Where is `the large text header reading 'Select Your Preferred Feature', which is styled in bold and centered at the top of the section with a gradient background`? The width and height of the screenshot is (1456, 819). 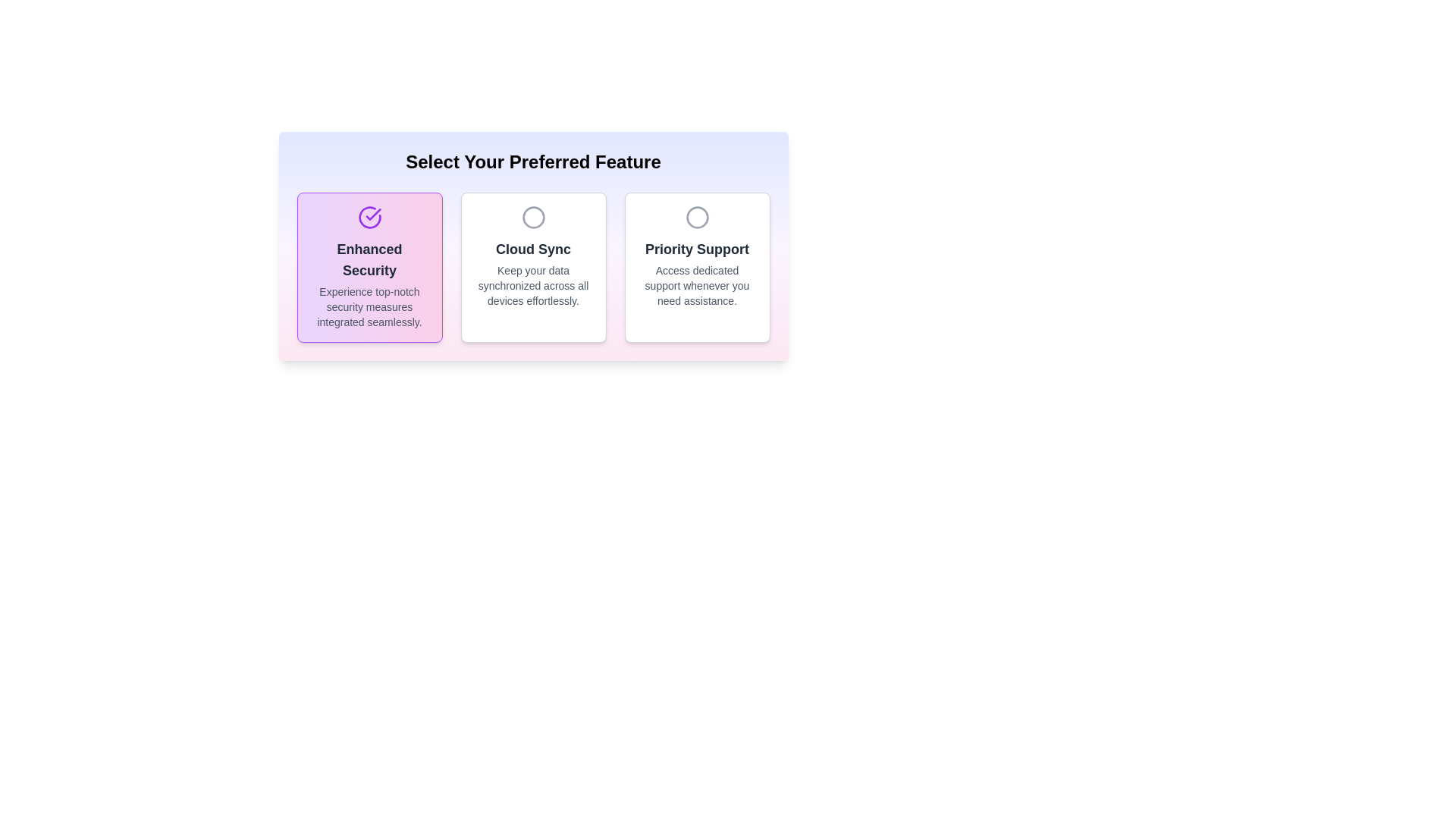
the large text header reading 'Select Your Preferred Feature', which is styled in bold and centered at the top of the section with a gradient background is located at coordinates (533, 162).